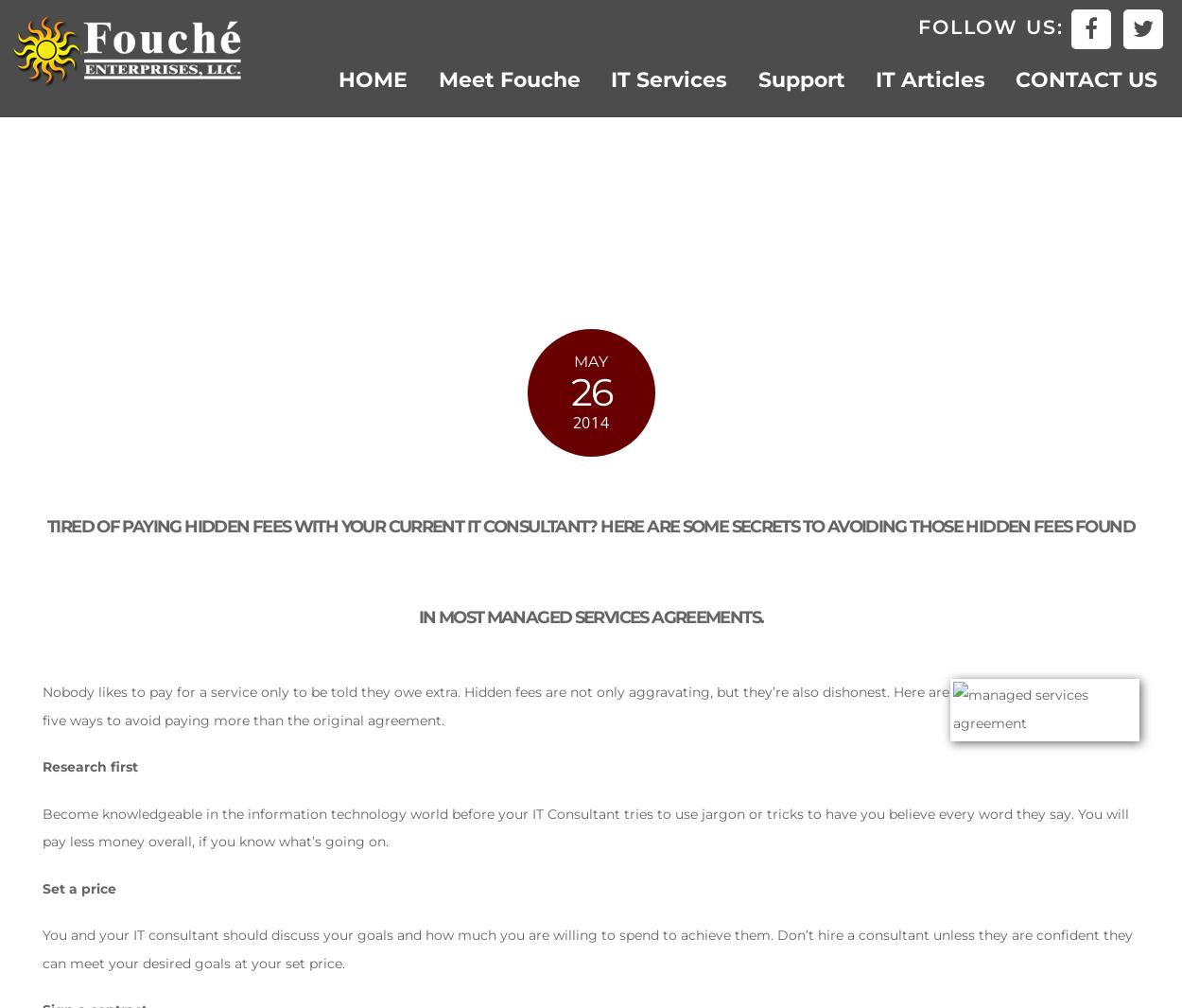 The width and height of the screenshot is (1182, 1008). I want to click on 'Support', so click(800, 78).